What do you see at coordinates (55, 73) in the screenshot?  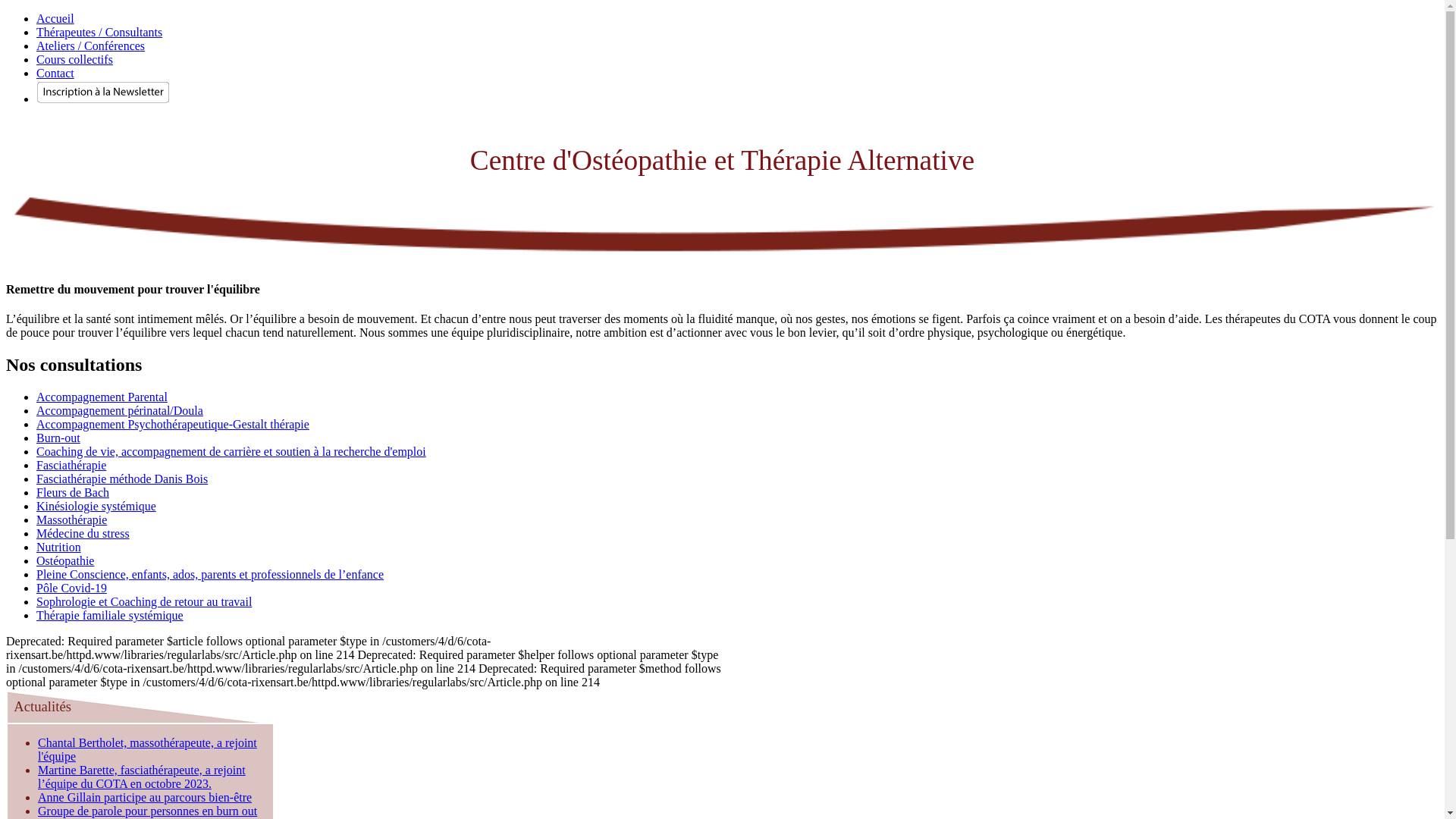 I see `'Contact'` at bounding box center [55, 73].